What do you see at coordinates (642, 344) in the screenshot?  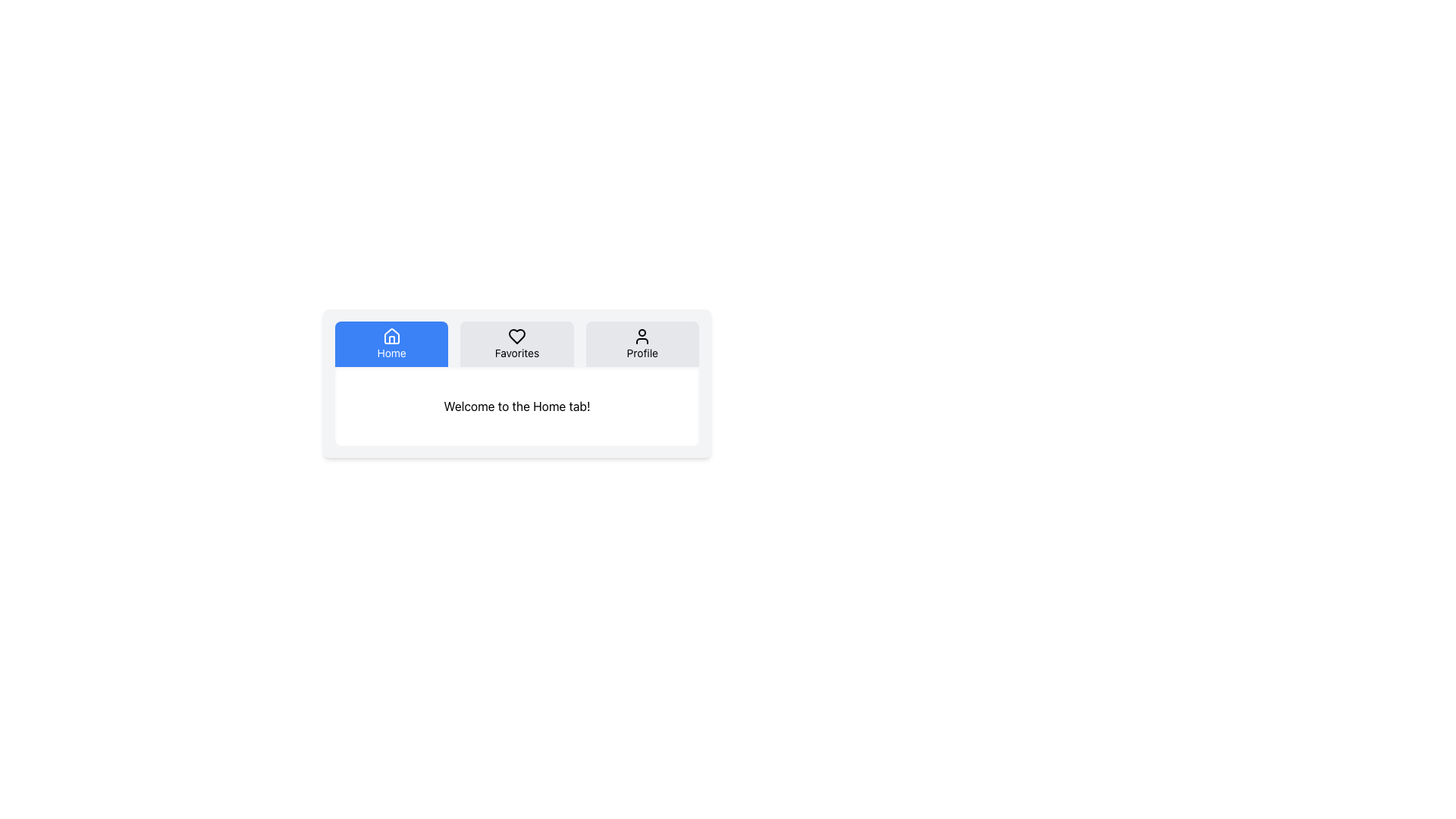 I see `the navigational button on the far right` at bounding box center [642, 344].